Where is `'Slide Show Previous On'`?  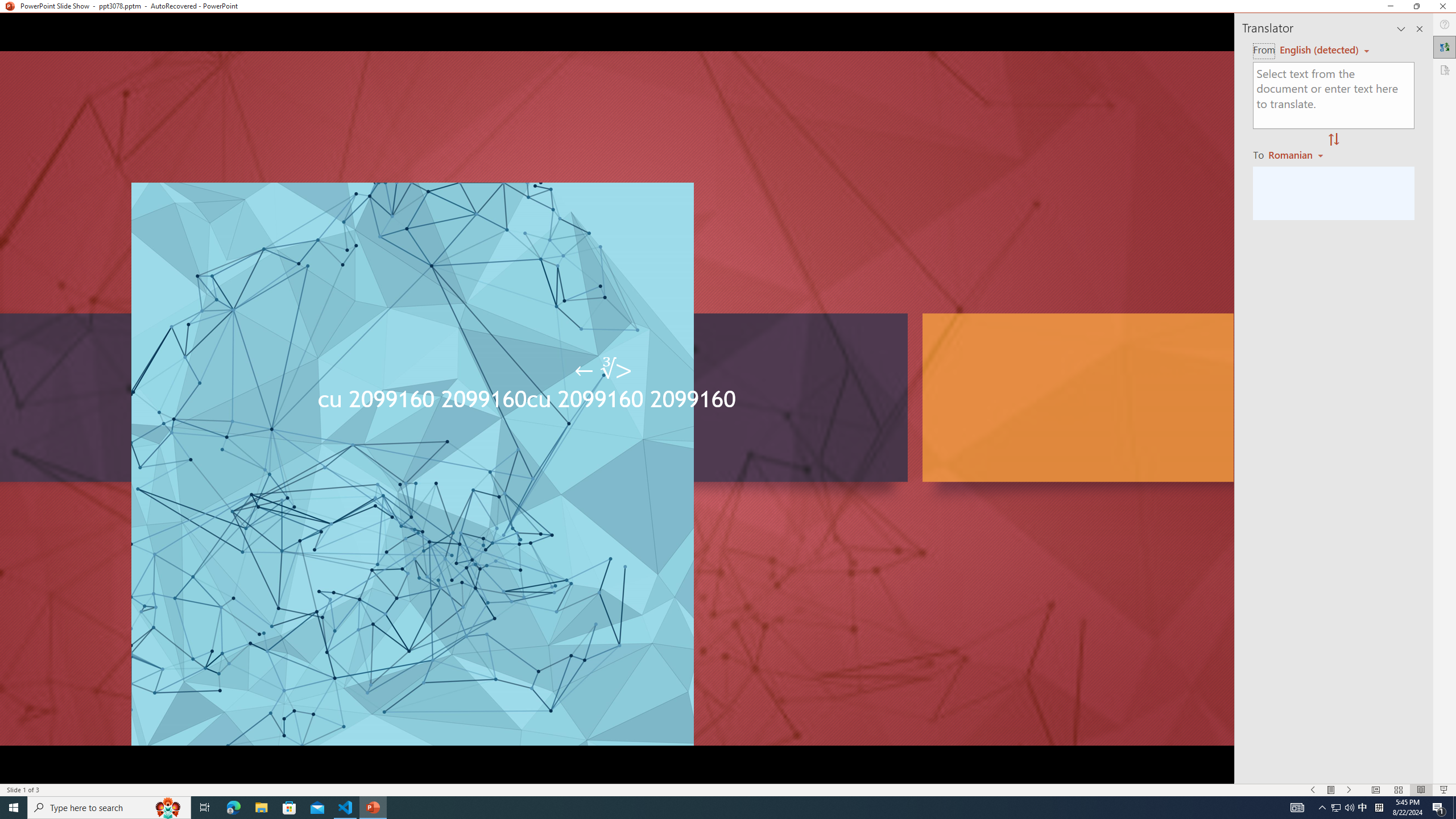
'Slide Show Previous On' is located at coordinates (1313, 790).